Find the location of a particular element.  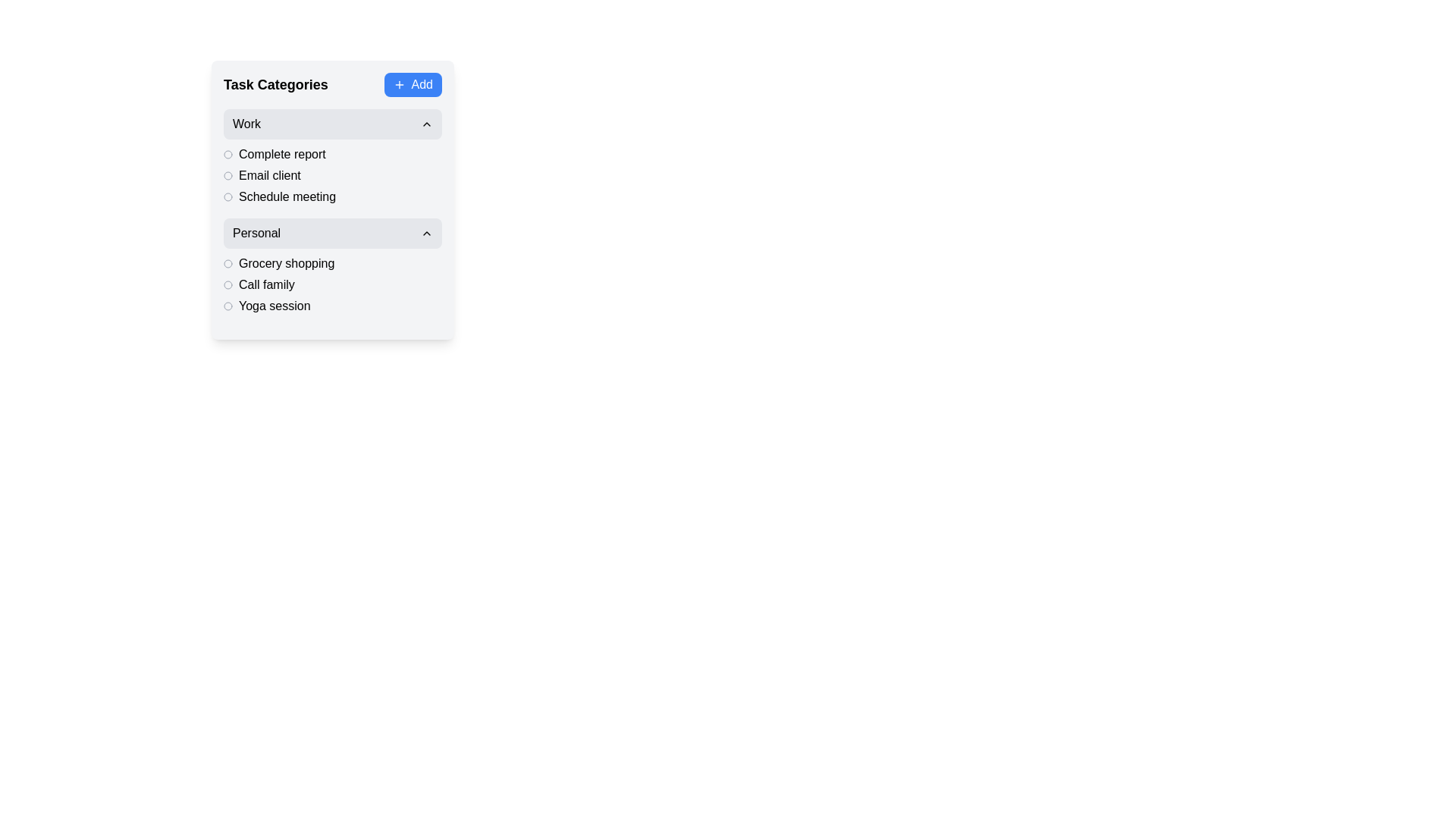

the interactive toggle icon related to the 'Grocery shopping' task is located at coordinates (227, 262).